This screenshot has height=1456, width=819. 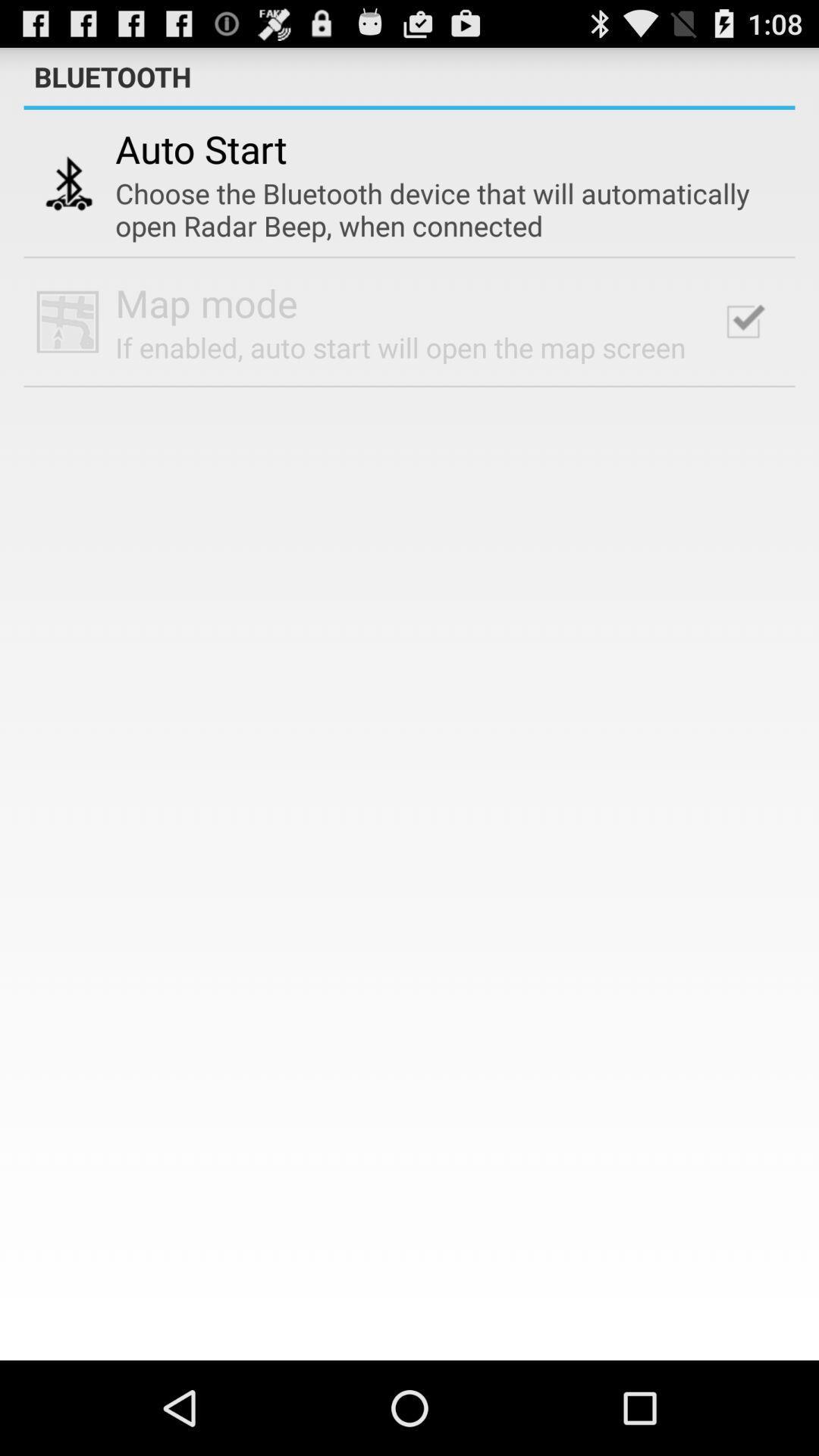 What do you see at coordinates (409, 107) in the screenshot?
I see `the icon above auto start icon` at bounding box center [409, 107].